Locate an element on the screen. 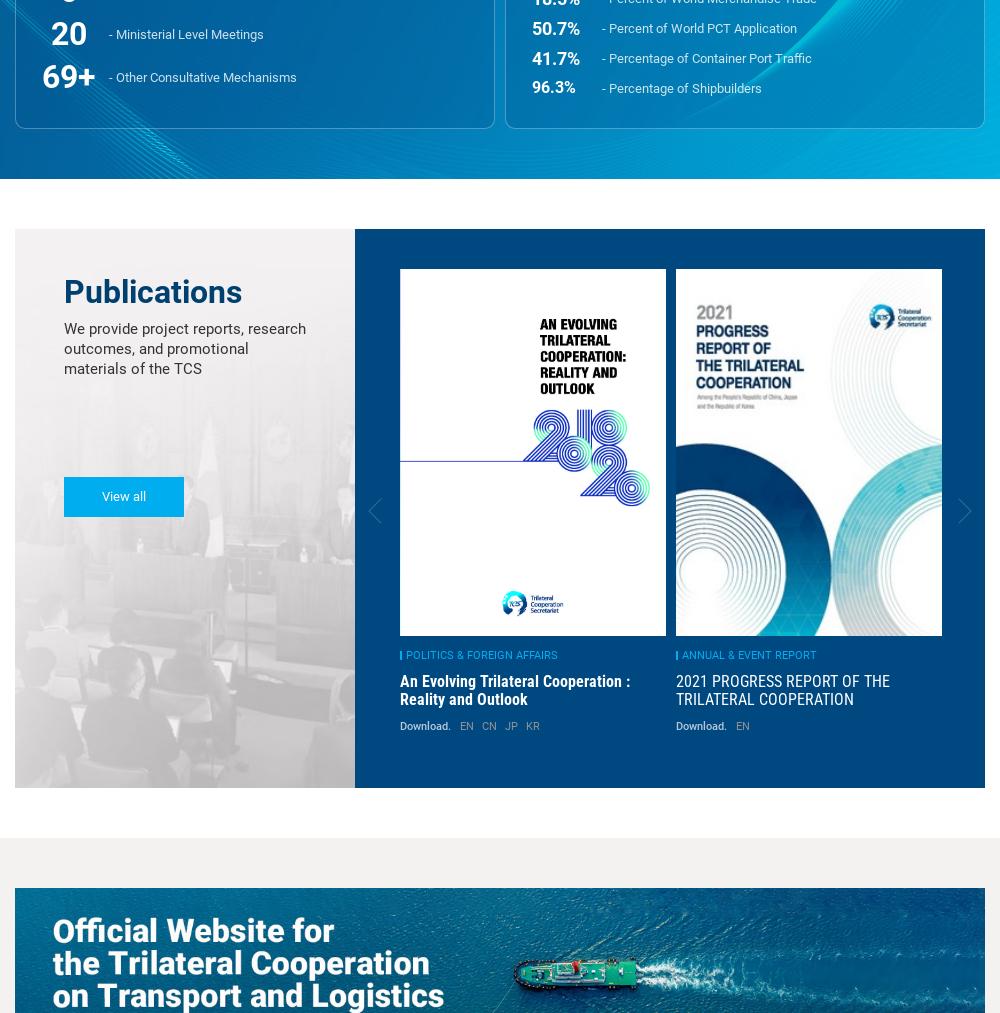 This screenshot has height=1013, width=1000. '21' is located at coordinates (67, 33).